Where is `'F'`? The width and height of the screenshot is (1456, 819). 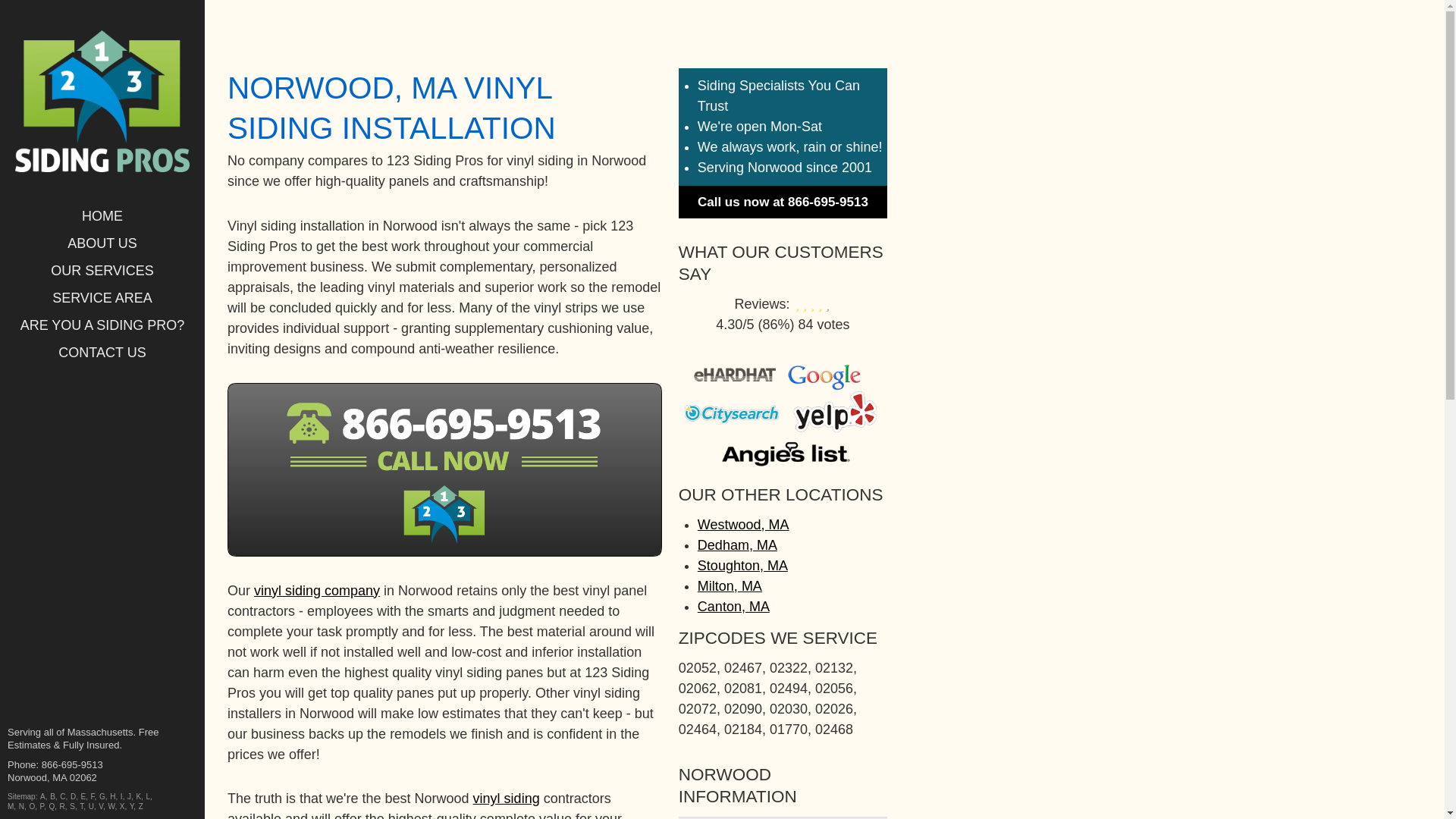
'F' is located at coordinates (92, 795).